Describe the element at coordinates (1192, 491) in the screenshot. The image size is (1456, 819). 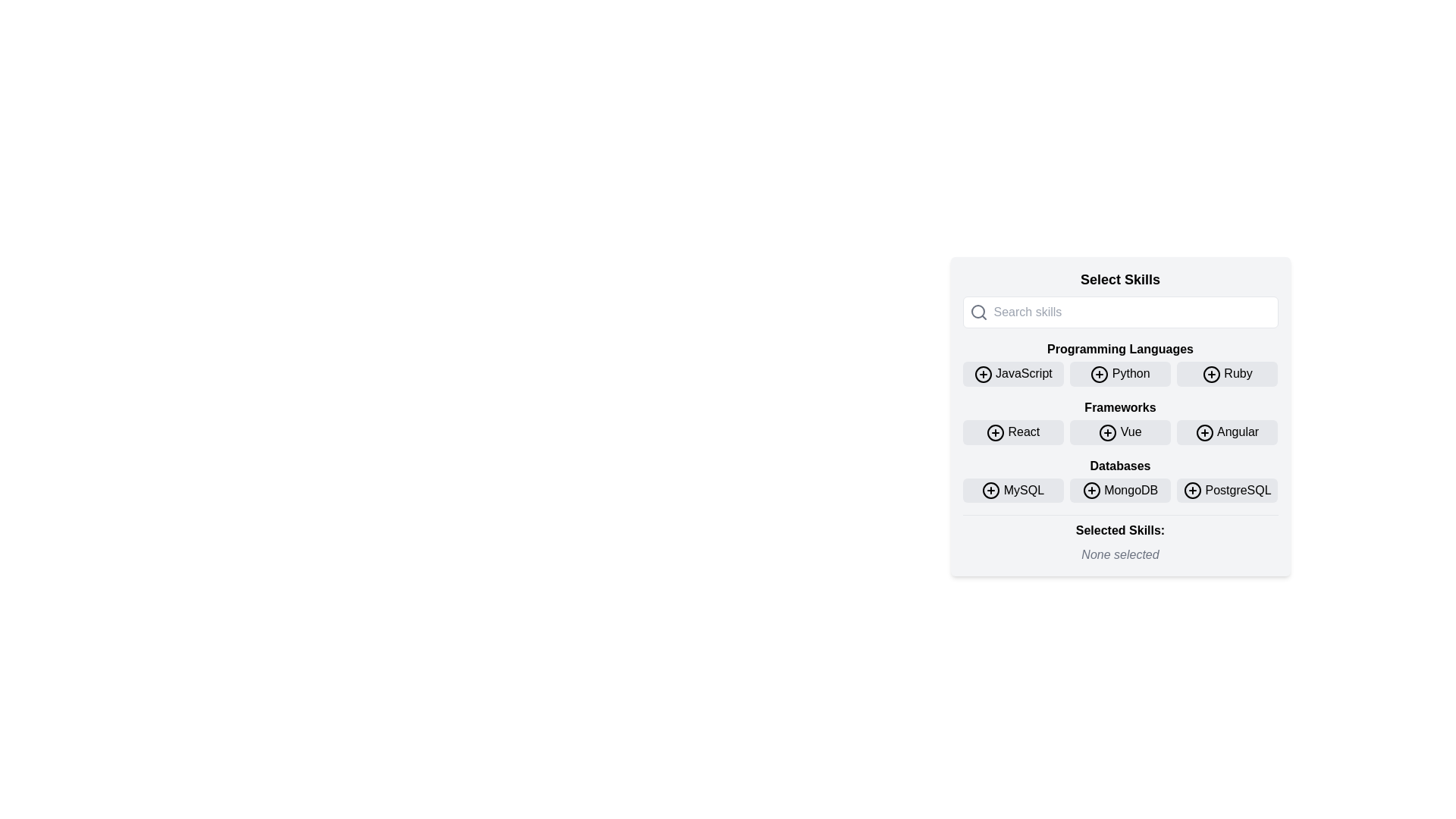
I see `the button next to the label 'PostgreSQL' in the 'Databases' section` at that location.